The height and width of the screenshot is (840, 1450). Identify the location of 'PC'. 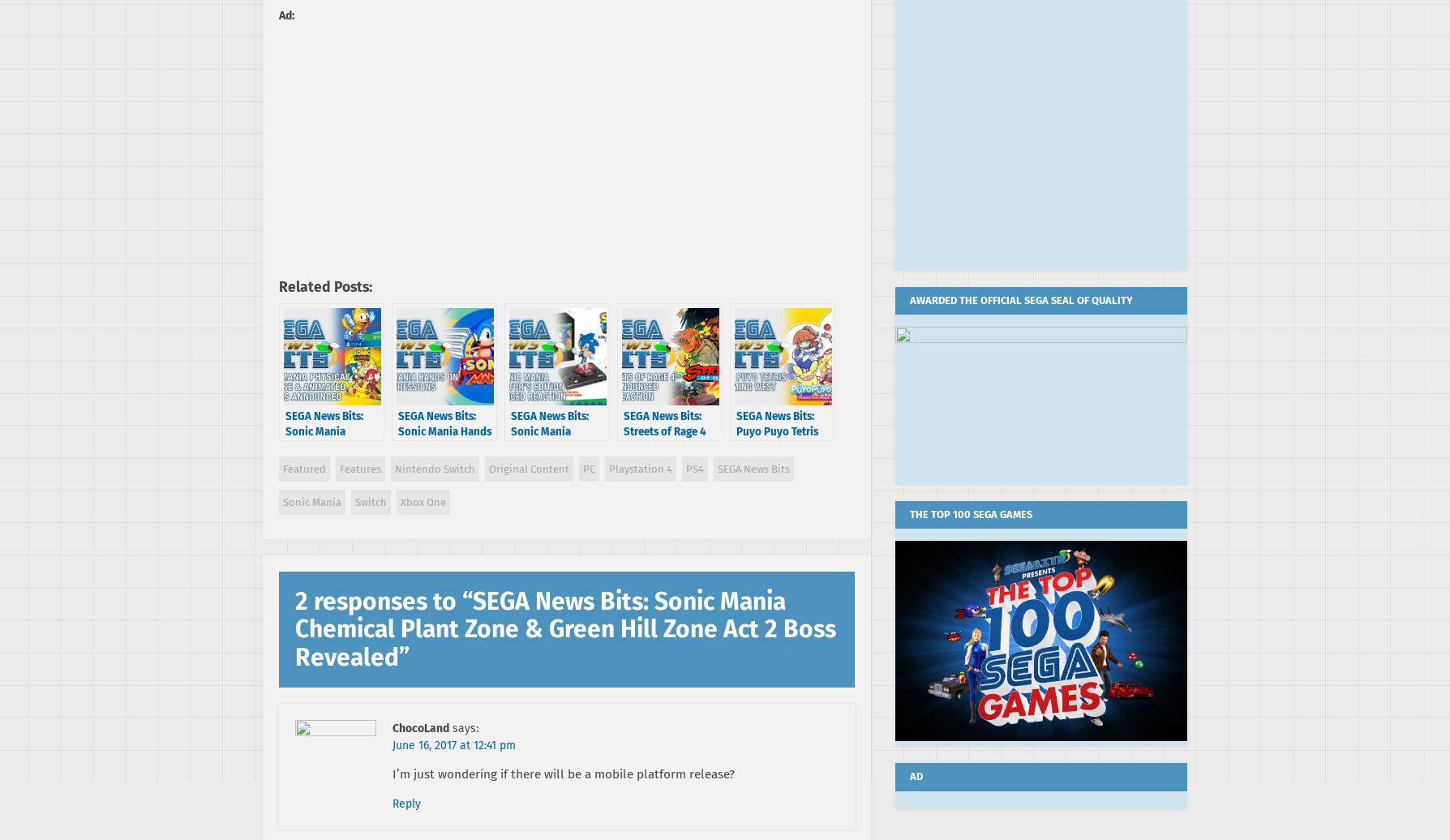
(588, 468).